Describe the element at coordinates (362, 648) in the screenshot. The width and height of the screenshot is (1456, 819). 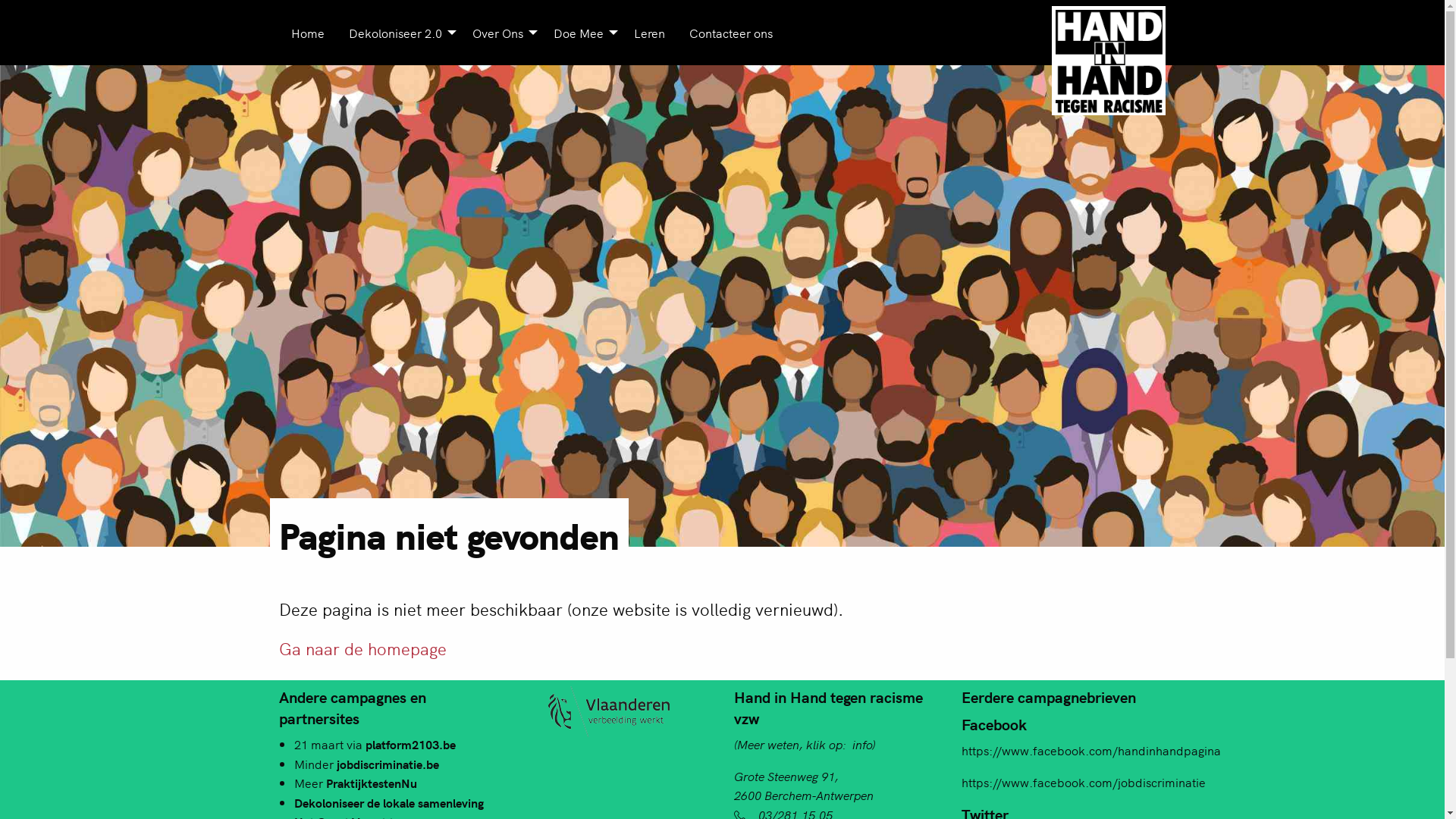
I see `'Ga naar de homepage'` at that location.